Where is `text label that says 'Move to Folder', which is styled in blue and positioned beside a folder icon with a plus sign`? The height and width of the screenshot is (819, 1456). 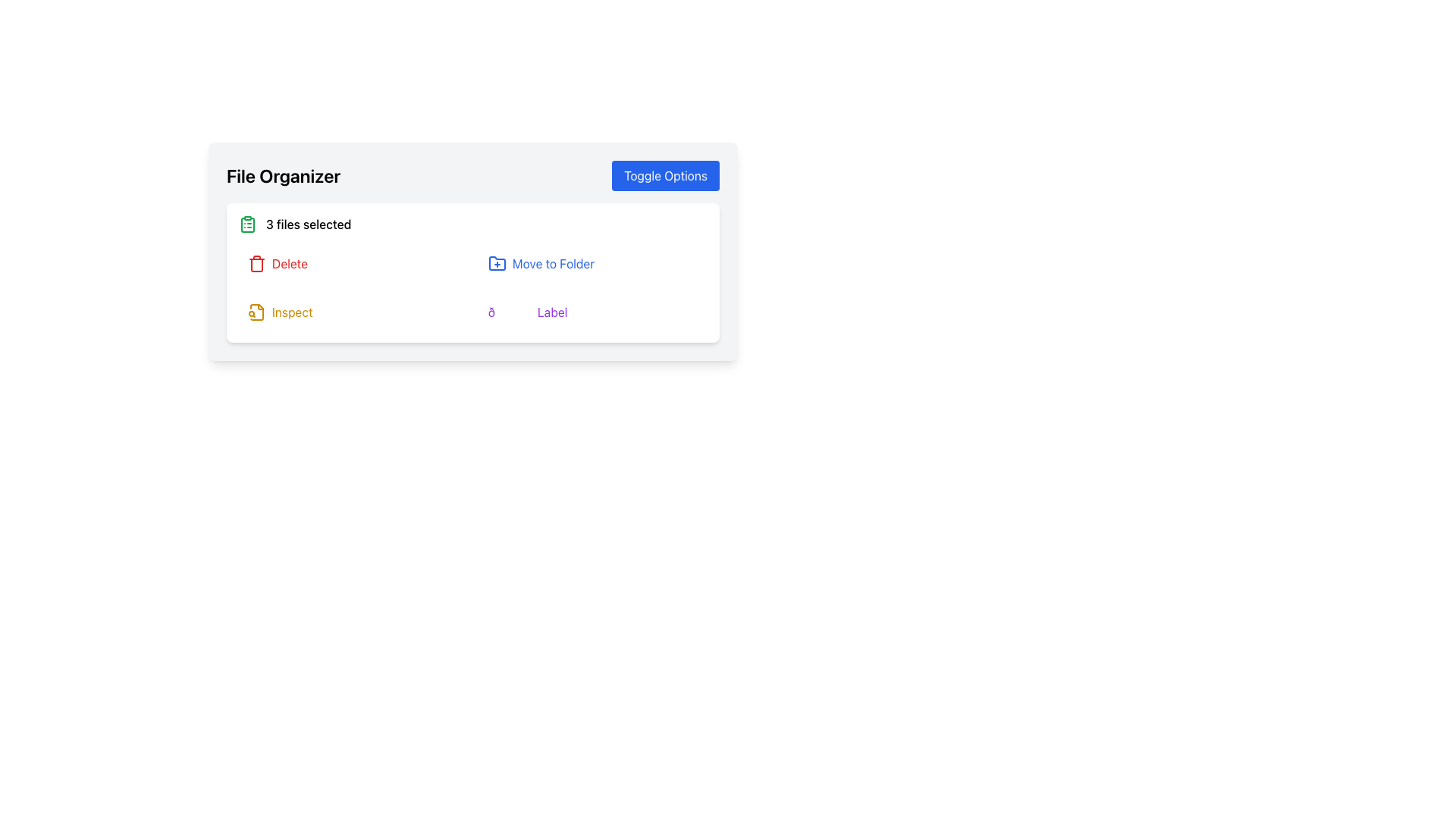
text label that says 'Move to Folder', which is styled in blue and positioned beside a folder icon with a plus sign is located at coordinates (552, 262).